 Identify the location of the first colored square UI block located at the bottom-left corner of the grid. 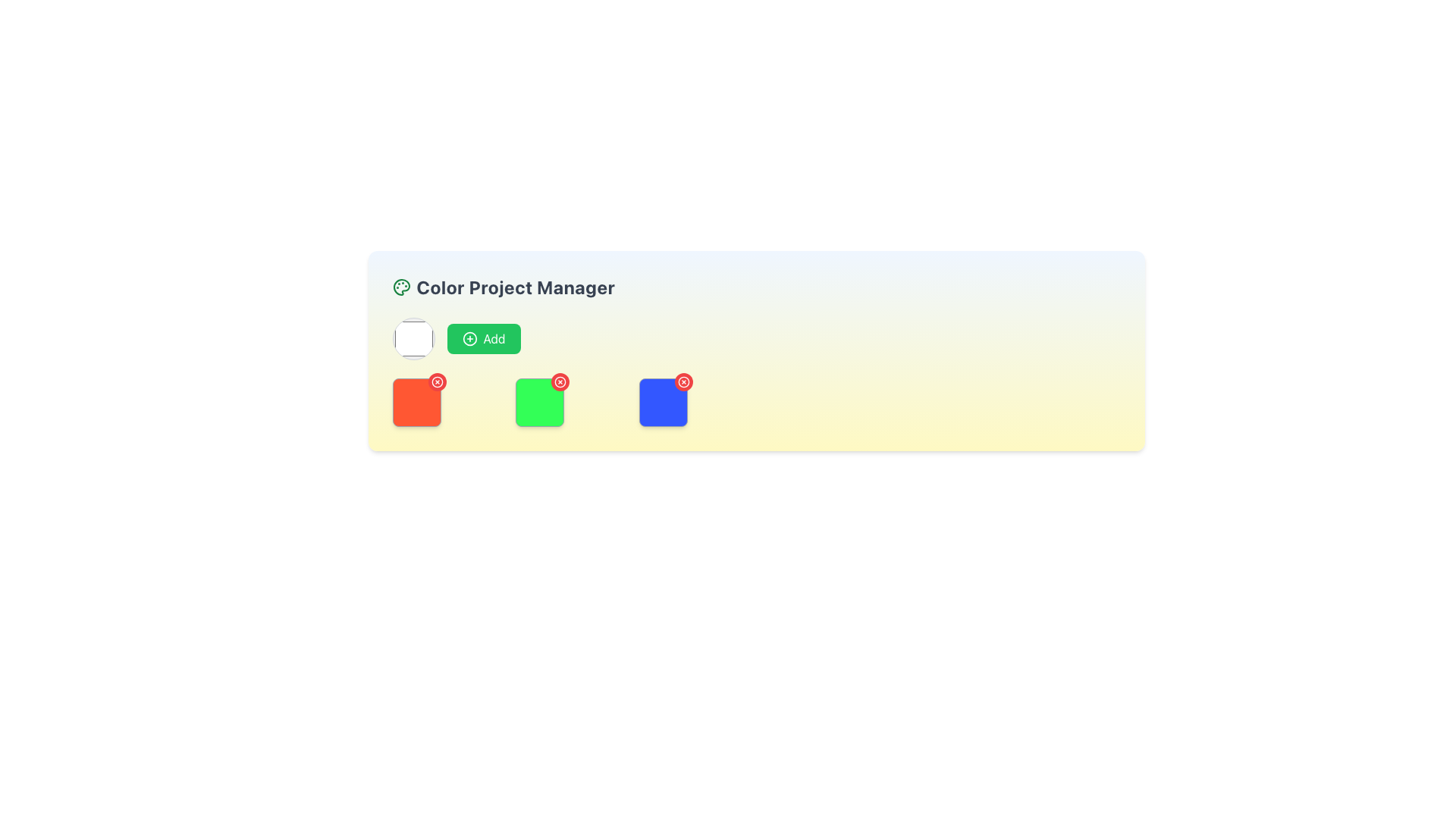
(416, 402).